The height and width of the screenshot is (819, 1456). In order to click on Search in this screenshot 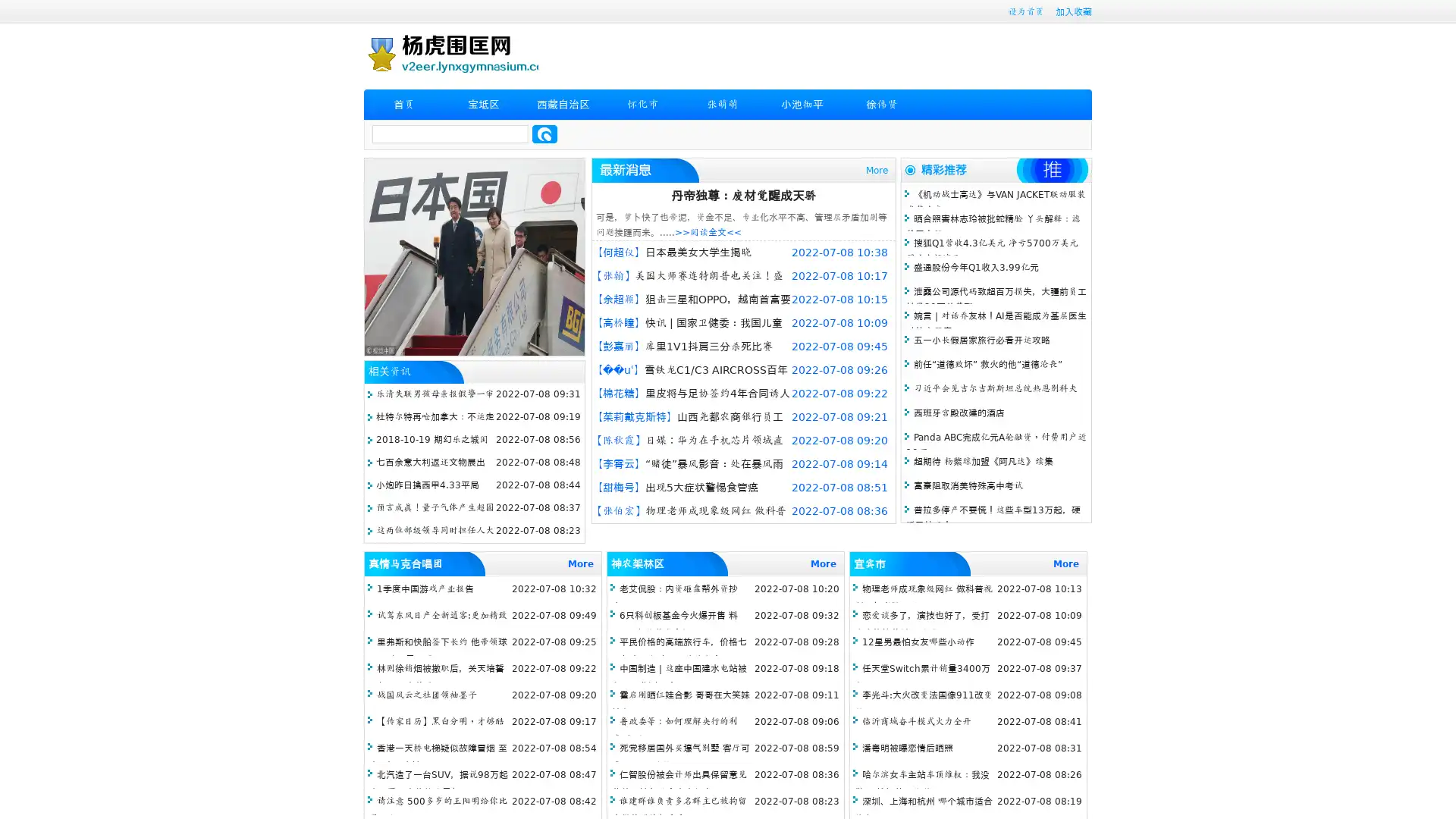, I will do `click(544, 133)`.